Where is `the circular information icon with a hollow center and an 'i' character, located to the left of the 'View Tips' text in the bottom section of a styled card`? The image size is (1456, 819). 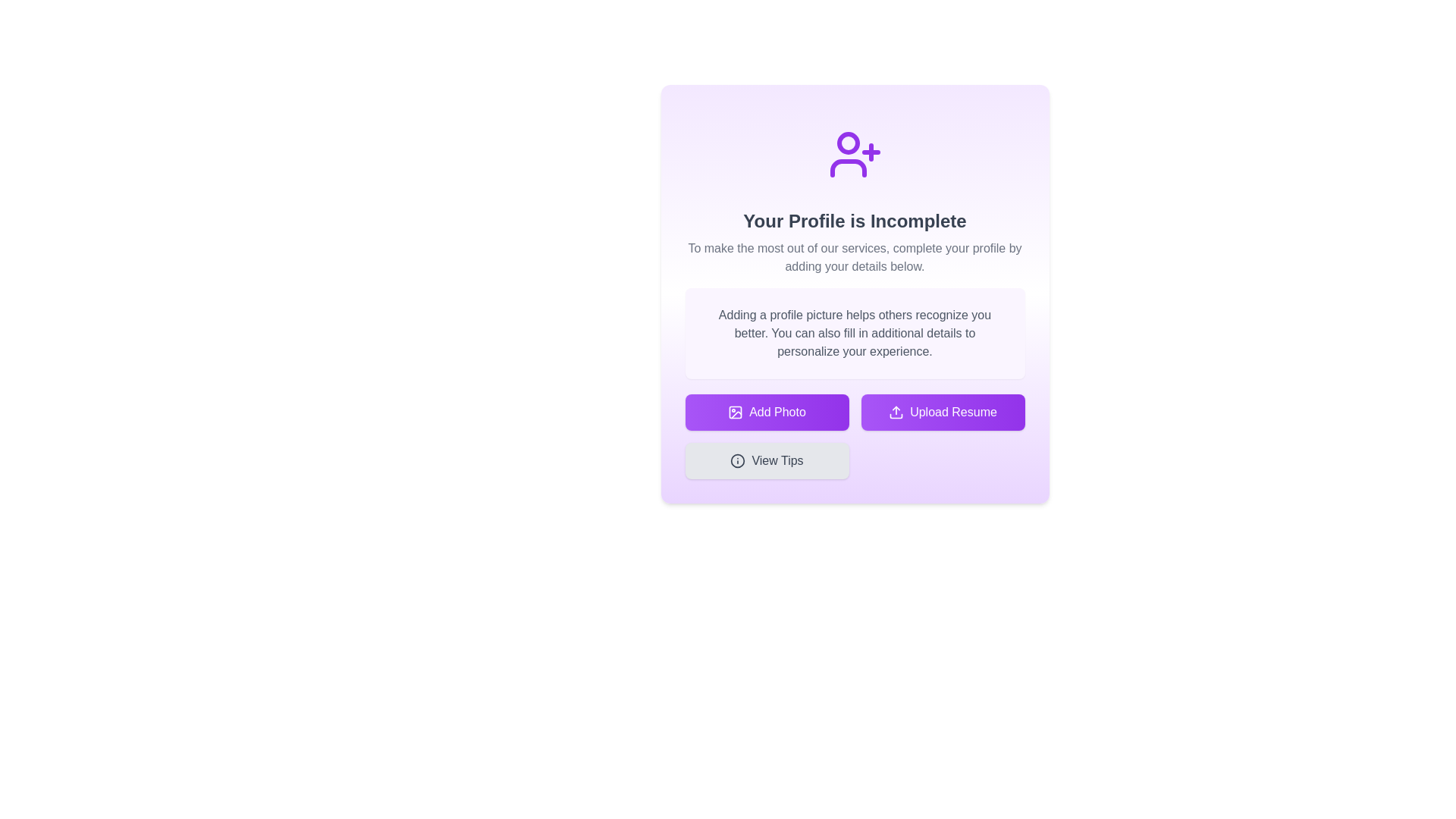
the circular information icon with a hollow center and an 'i' character, located to the left of the 'View Tips' text in the bottom section of a styled card is located at coordinates (738, 460).